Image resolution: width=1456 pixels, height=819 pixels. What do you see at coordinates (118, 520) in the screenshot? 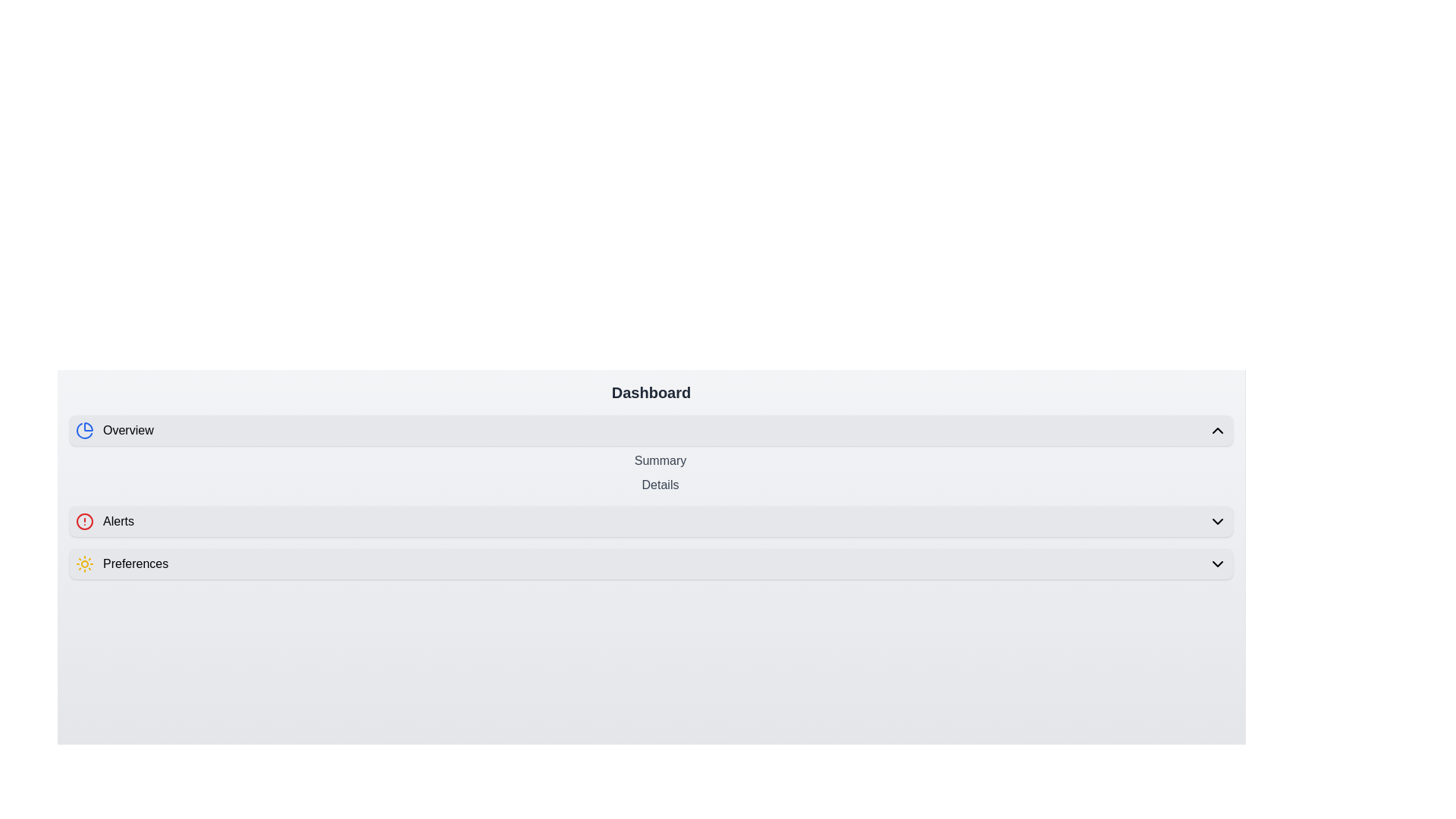
I see `the 'Alerts' label located in the second item of a vertical list of options, next to the red circular alert icon` at bounding box center [118, 520].